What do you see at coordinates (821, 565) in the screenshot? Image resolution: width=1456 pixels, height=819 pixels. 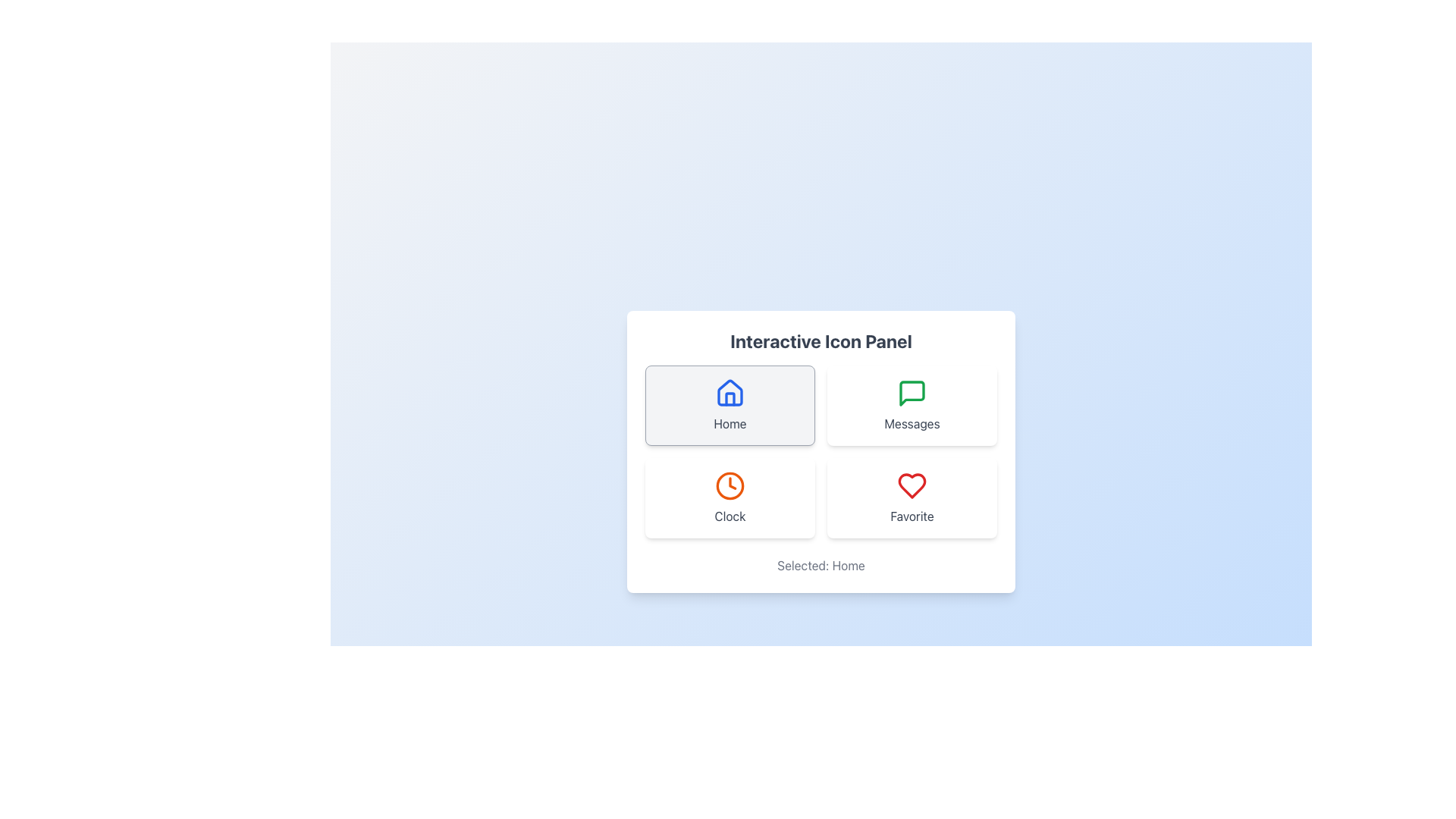 I see `text displayed in the text label that shows 'Selected: Home', which is located below a grid of icons within the white panel titled 'Interactive Icon Panel'` at bounding box center [821, 565].